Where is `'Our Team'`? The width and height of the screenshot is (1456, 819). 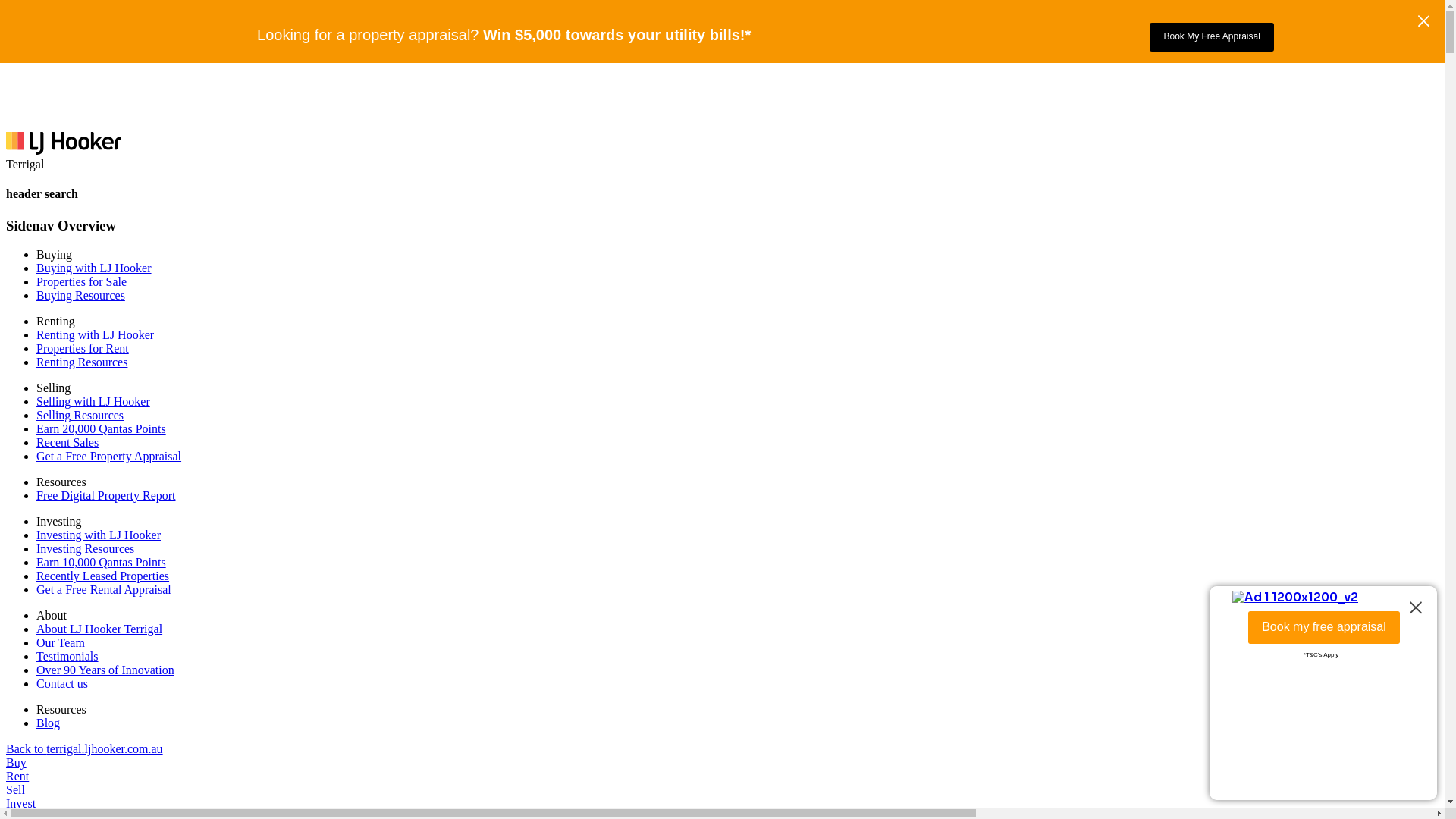 'Our Team' is located at coordinates (36, 642).